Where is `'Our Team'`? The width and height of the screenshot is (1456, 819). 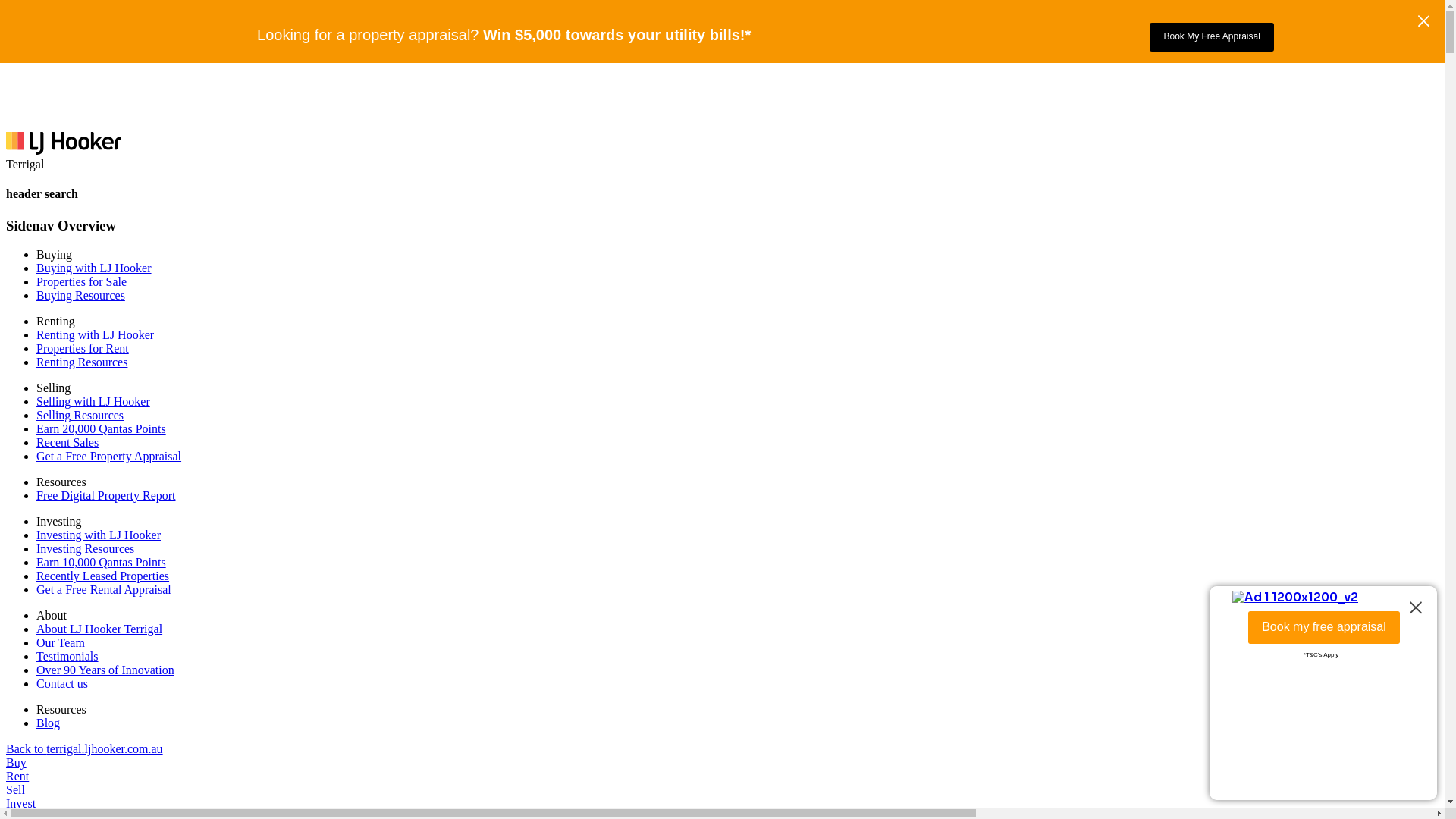 'Our Team' is located at coordinates (36, 642).